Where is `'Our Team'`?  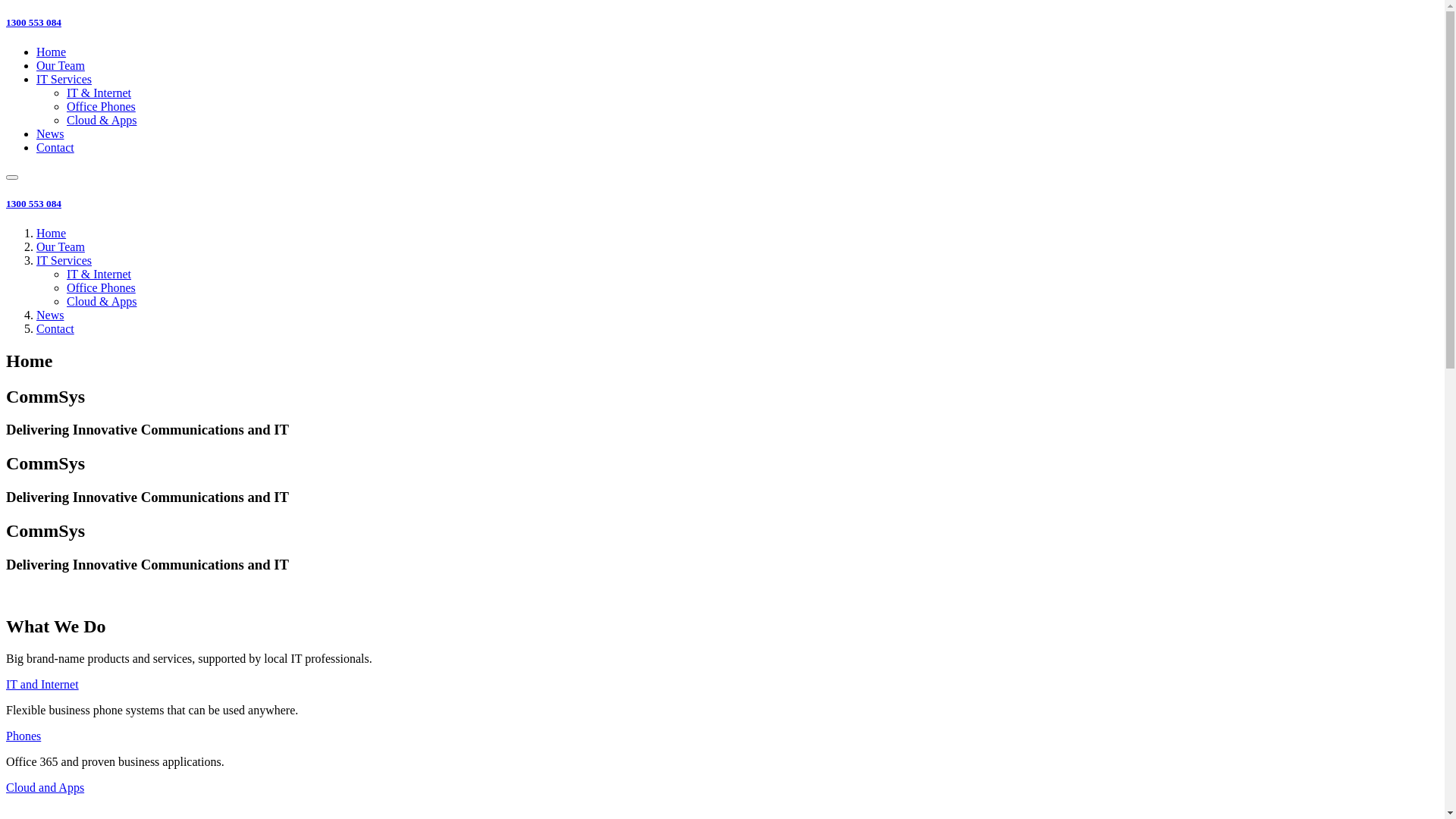 'Our Team' is located at coordinates (36, 64).